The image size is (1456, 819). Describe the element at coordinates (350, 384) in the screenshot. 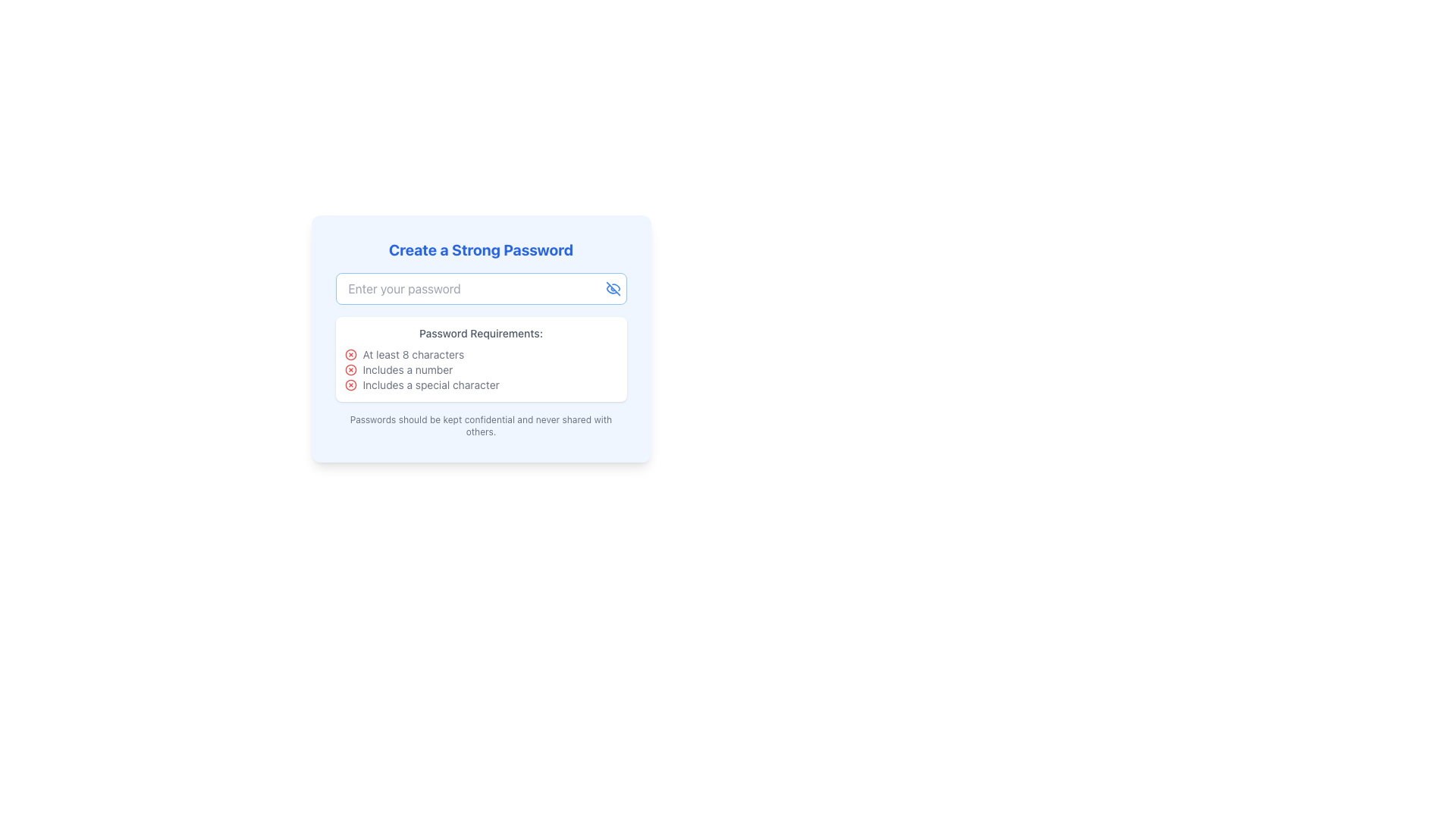

I see `the icon indicating that the password requirement 'Includes a special character' is not met, located to the left of the corresponding text in the password requirements section` at that location.